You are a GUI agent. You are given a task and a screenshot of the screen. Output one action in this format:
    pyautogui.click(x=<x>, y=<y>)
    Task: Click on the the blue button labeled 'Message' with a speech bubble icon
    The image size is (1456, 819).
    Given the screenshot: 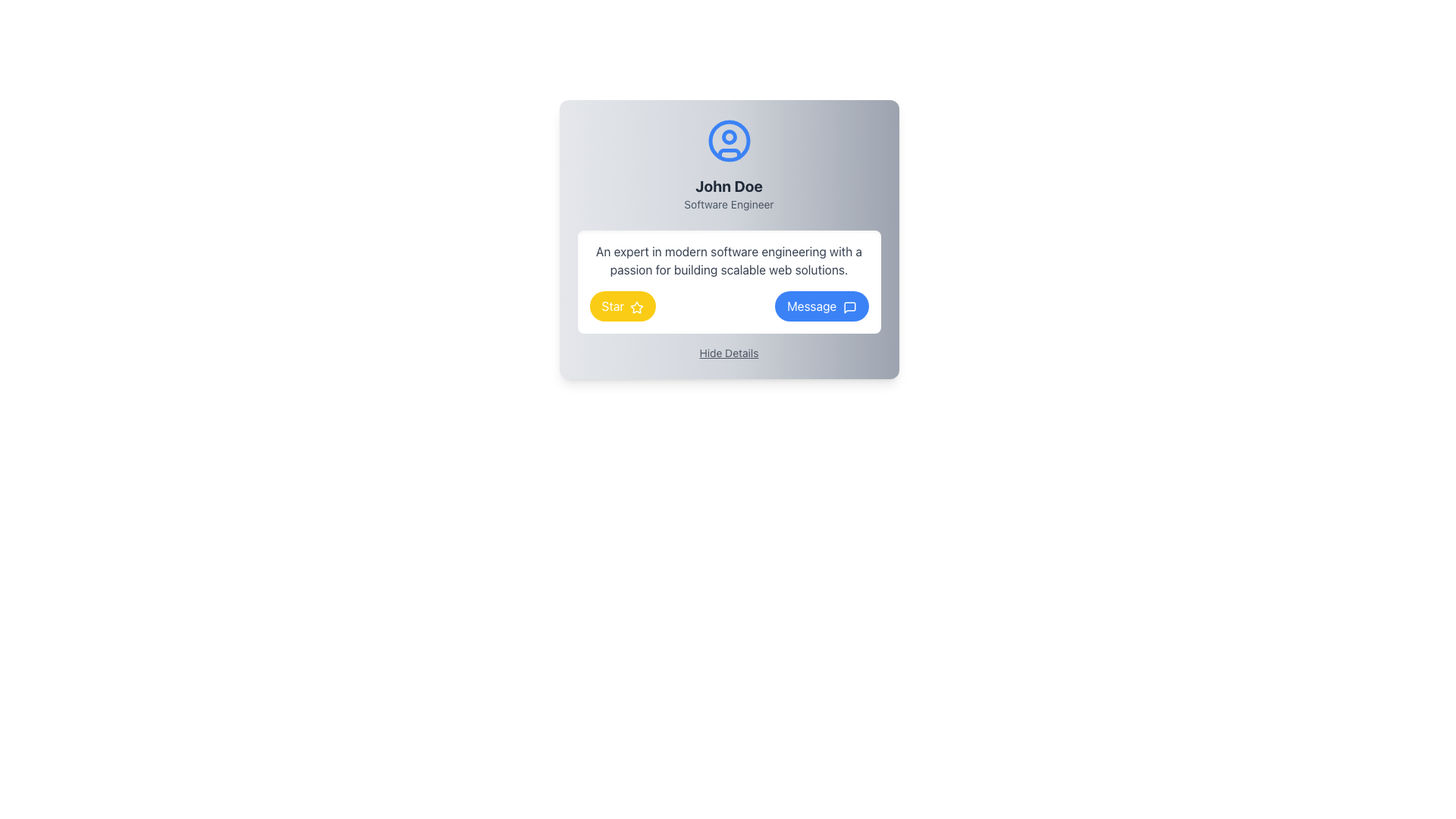 What is the action you would take?
    pyautogui.click(x=821, y=306)
    